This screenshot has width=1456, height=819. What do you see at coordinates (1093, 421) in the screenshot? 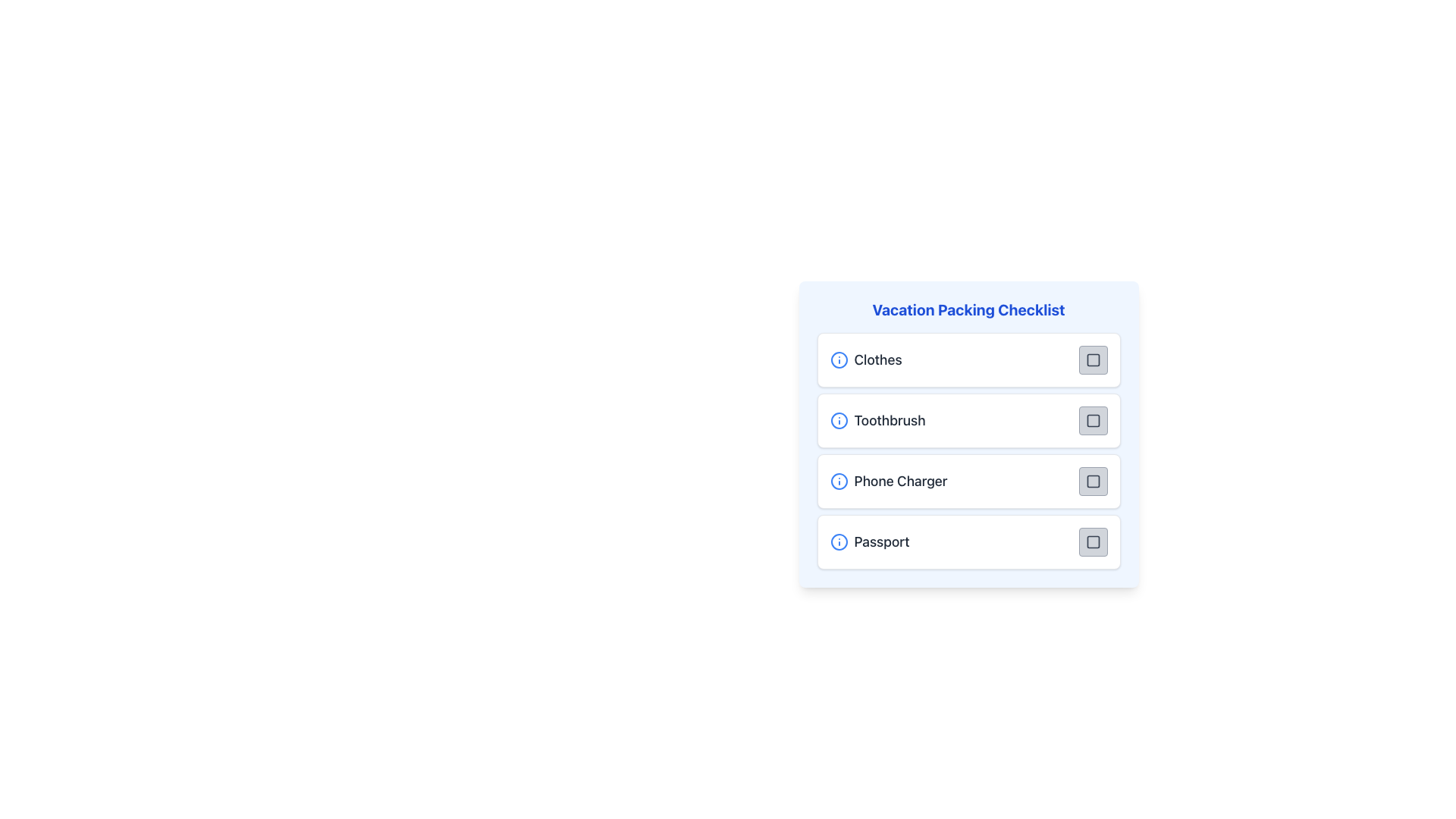
I see `the checkbox associated with 'Toothbrush' to mark the item as selected or completed` at bounding box center [1093, 421].